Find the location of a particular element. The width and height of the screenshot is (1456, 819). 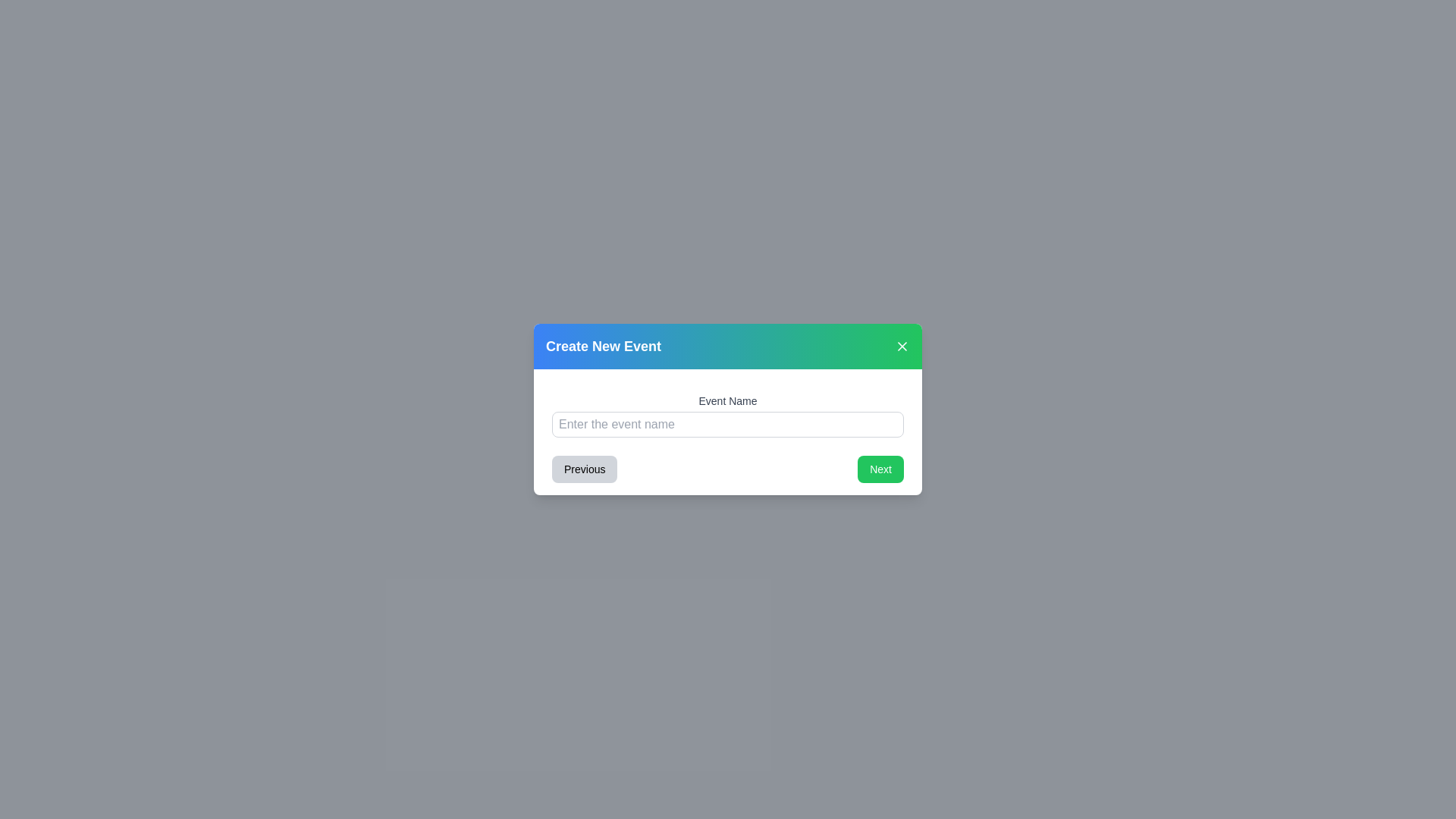

the close button located in the top-right corner of the 'Create New Event' modal is located at coordinates (902, 346).